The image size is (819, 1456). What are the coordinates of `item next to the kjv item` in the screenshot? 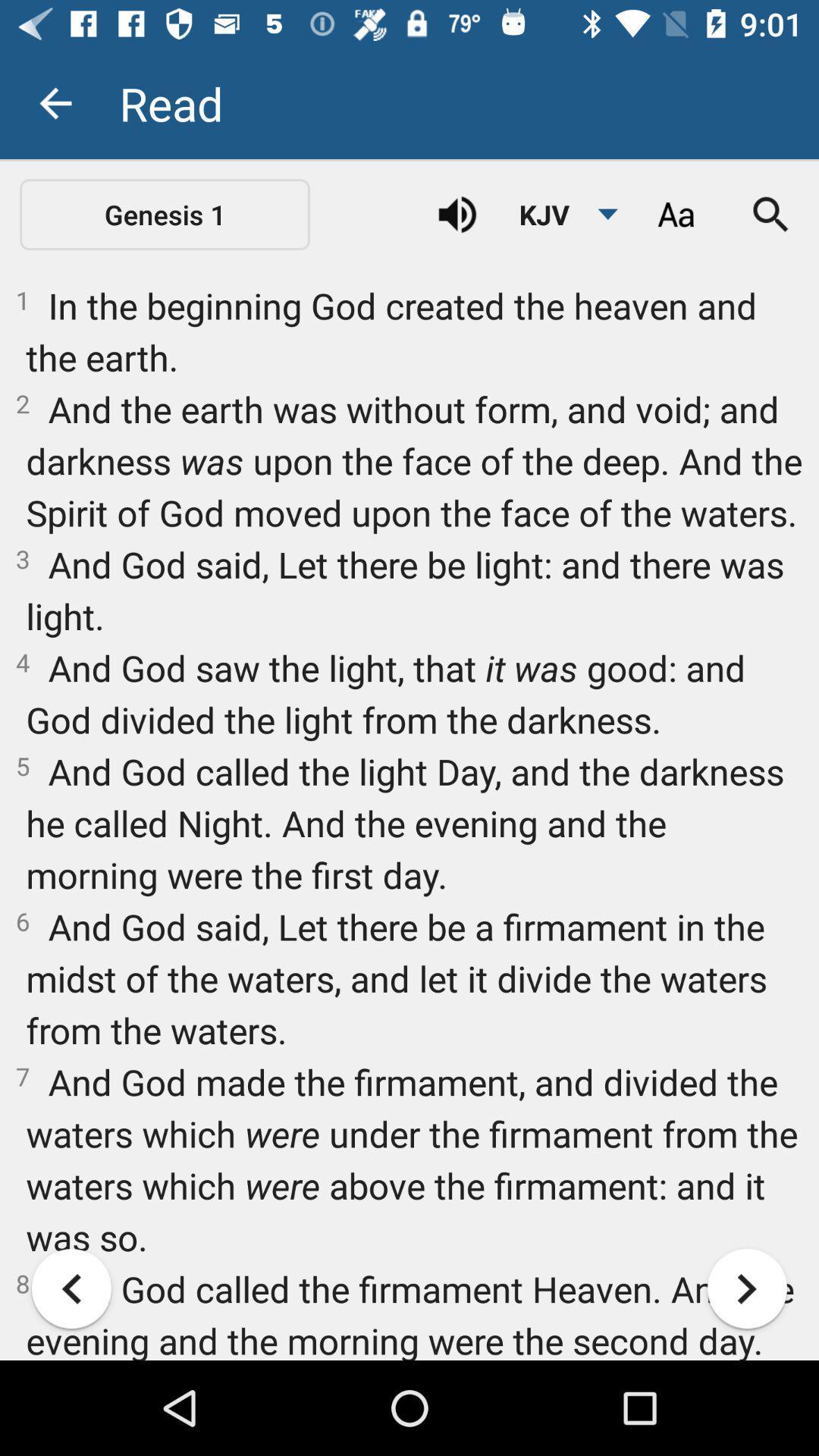 It's located at (675, 214).